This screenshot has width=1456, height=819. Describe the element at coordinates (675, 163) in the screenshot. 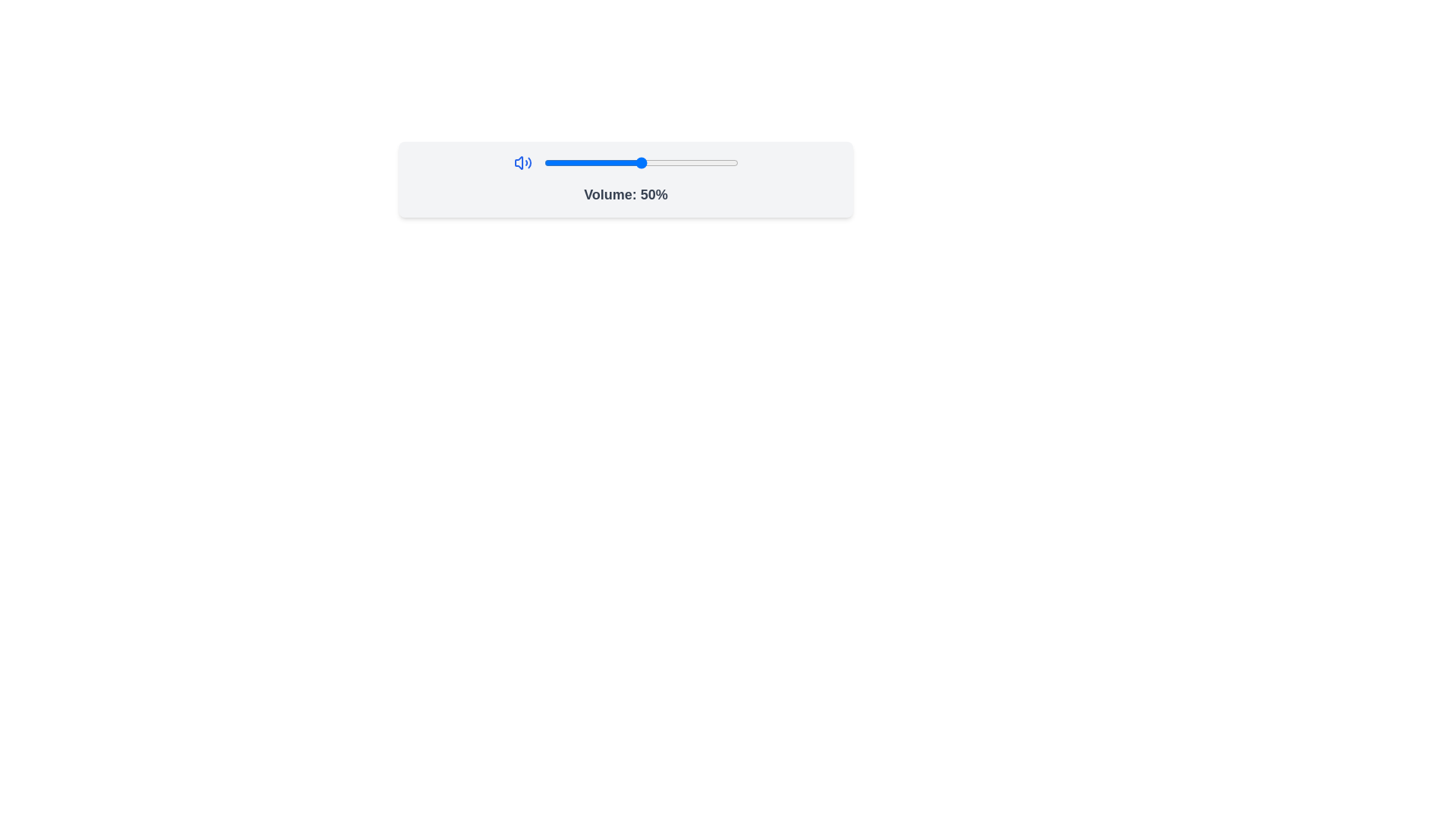

I see `the slider volume` at that location.